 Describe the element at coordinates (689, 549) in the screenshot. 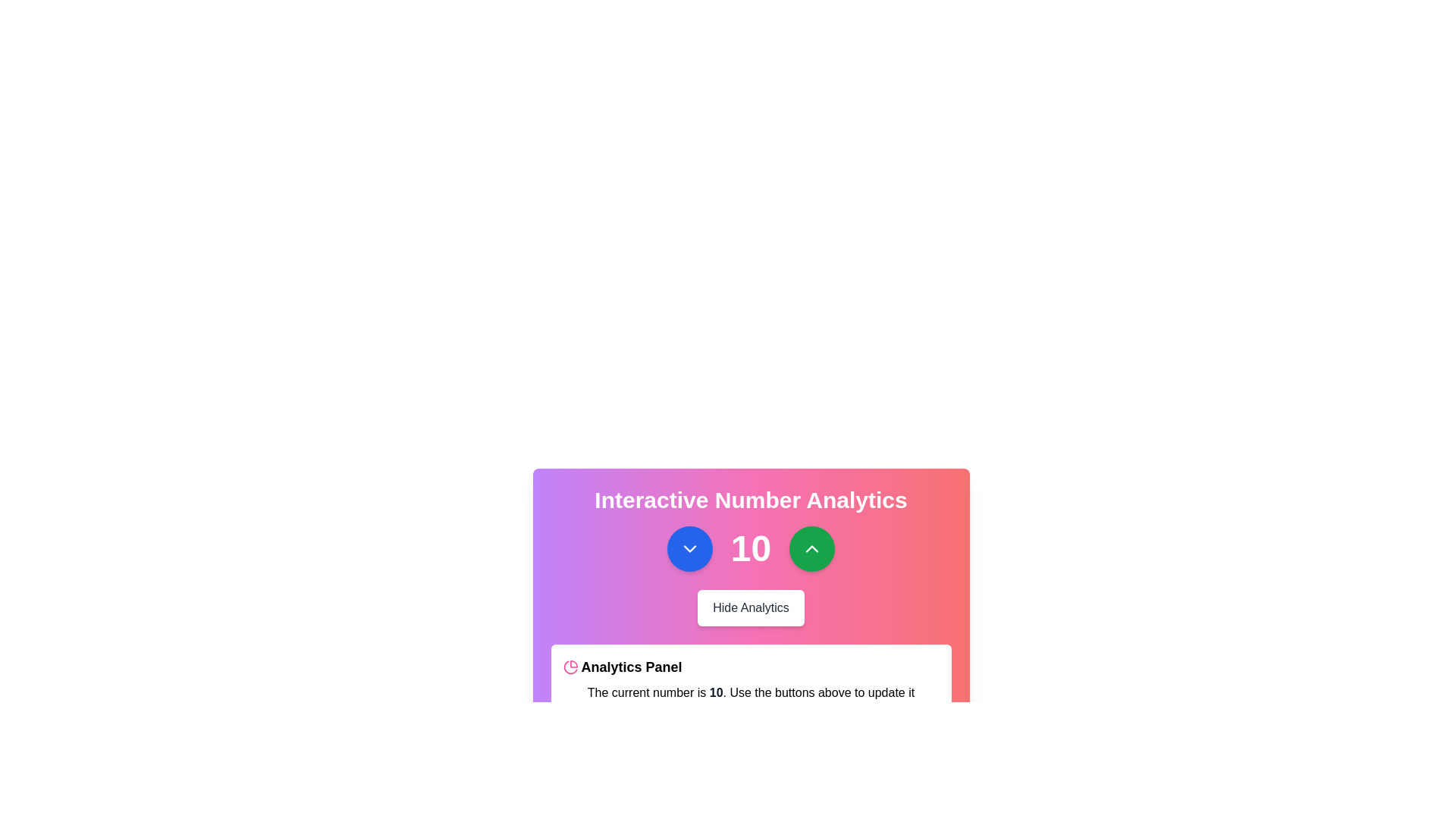

I see `the decrement button located to the left of the numeric value '10' in the 'Interactive Number Analytics' section to decrease the displayed number` at that location.